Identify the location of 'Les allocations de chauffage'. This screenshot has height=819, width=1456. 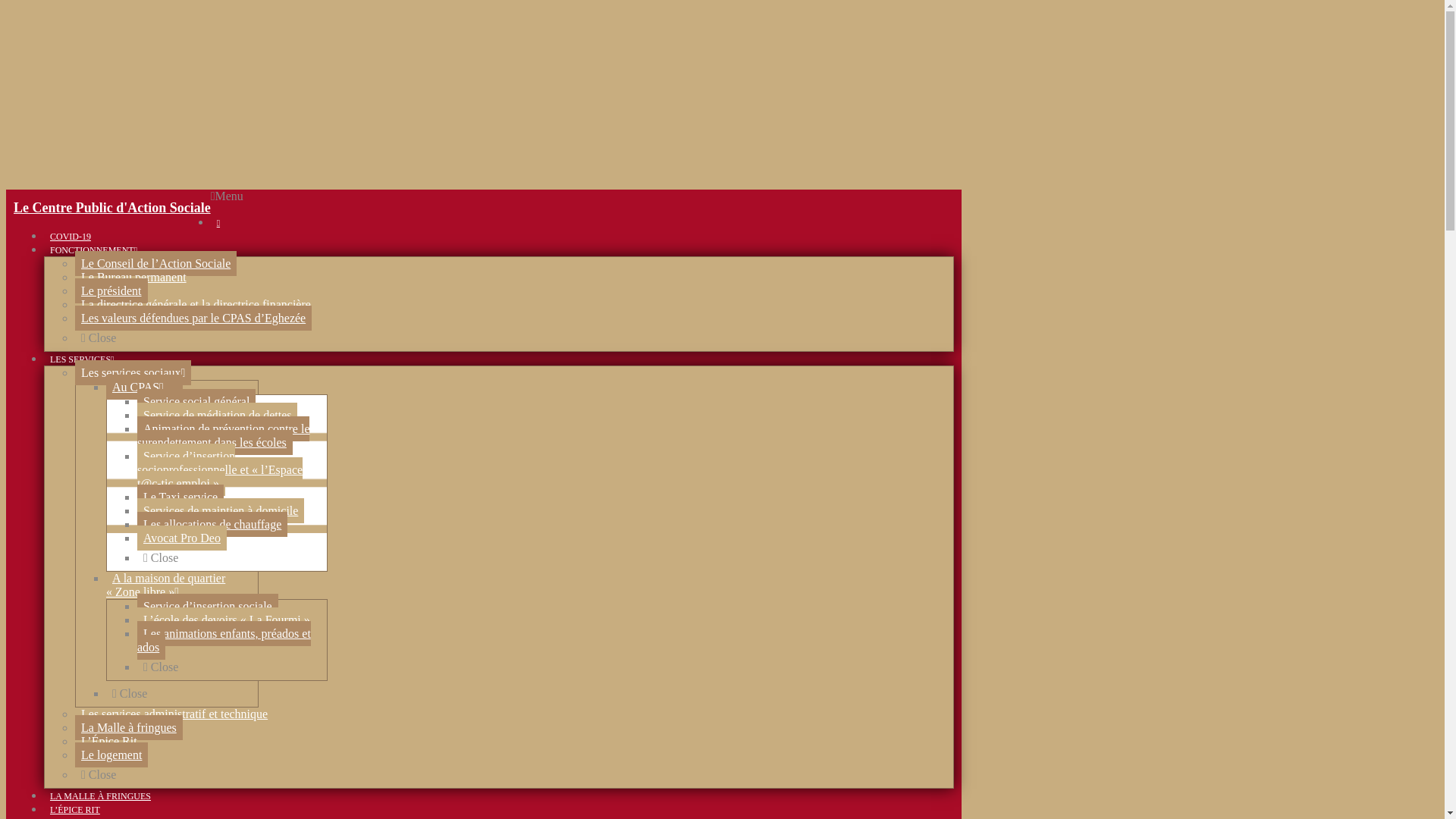
(211, 523).